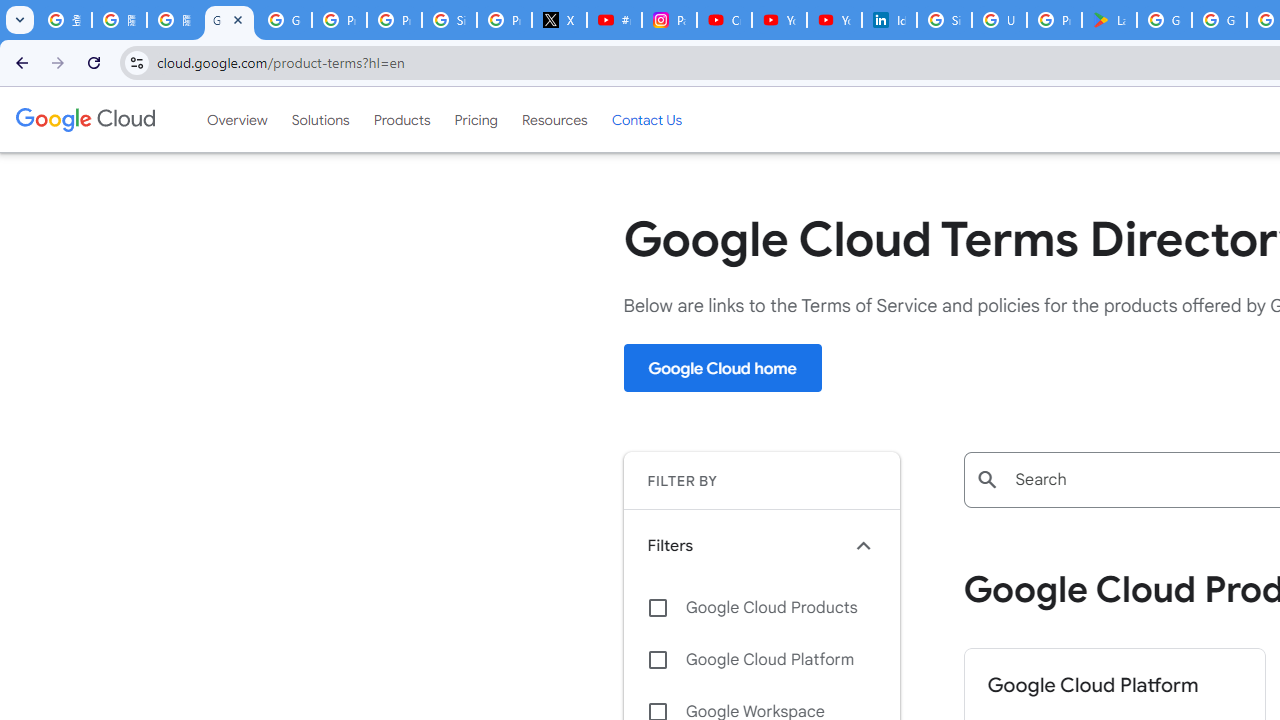  What do you see at coordinates (721, 367) in the screenshot?
I see `'Google Cloud home'` at bounding box center [721, 367].